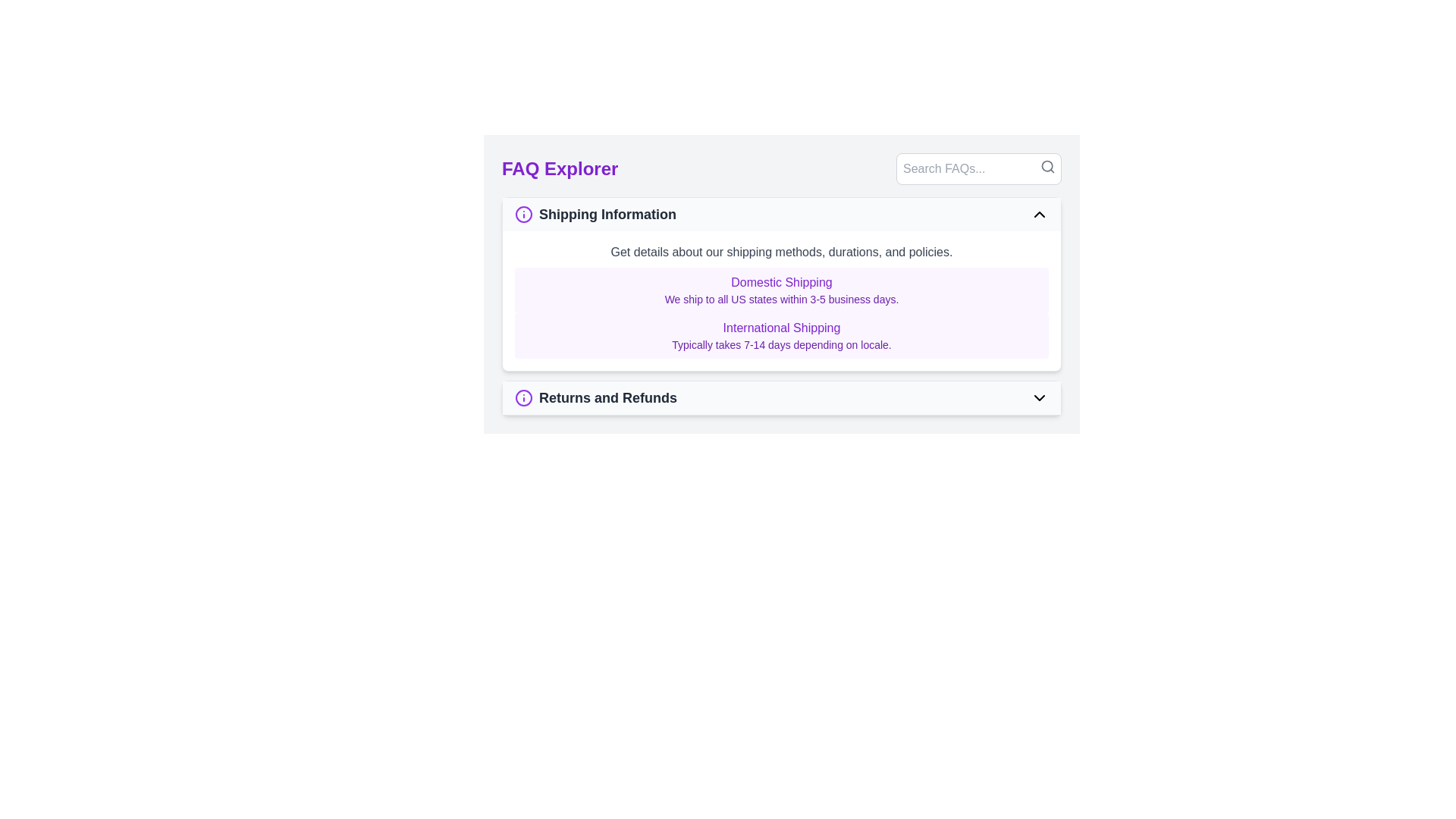 The image size is (1456, 819). What do you see at coordinates (595, 397) in the screenshot?
I see `the 'Returns and Refunds' text label, which is styled in bold and located to the left of a downward arrow icon within the FAQ Explorer interface` at bounding box center [595, 397].